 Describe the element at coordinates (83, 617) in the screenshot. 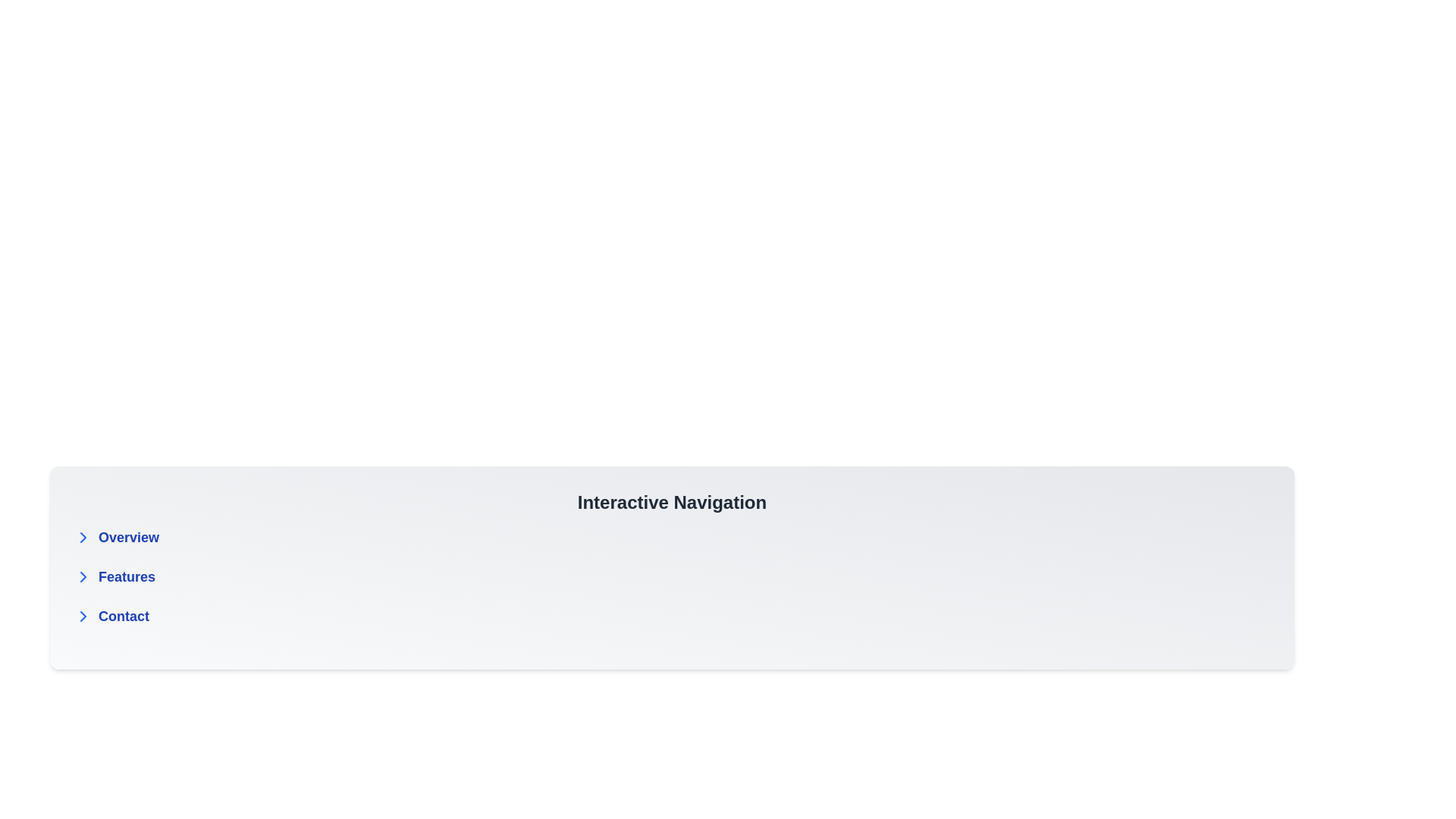

I see `the blue chevron icon that is positioned to the left of the 'Contact' label in the navigation items at the bottom of the page` at that location.